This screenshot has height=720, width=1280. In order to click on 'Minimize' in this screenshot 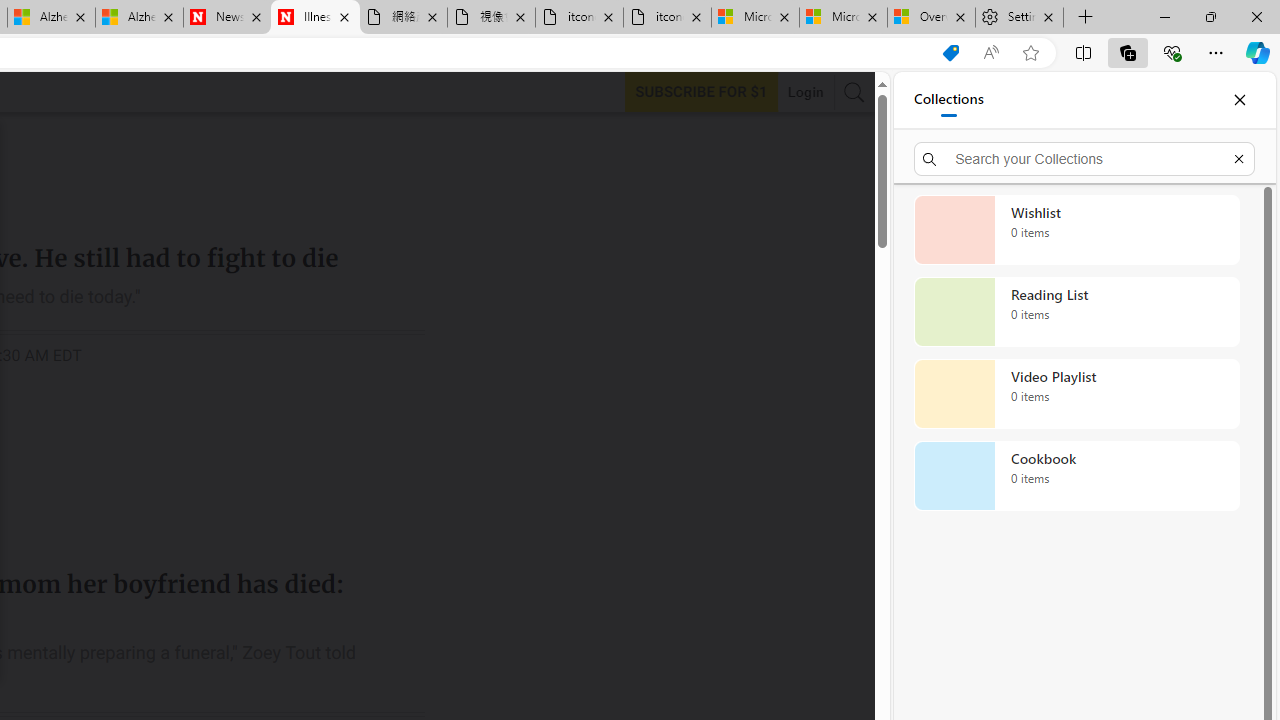, I will do `click(1164, 16)`.